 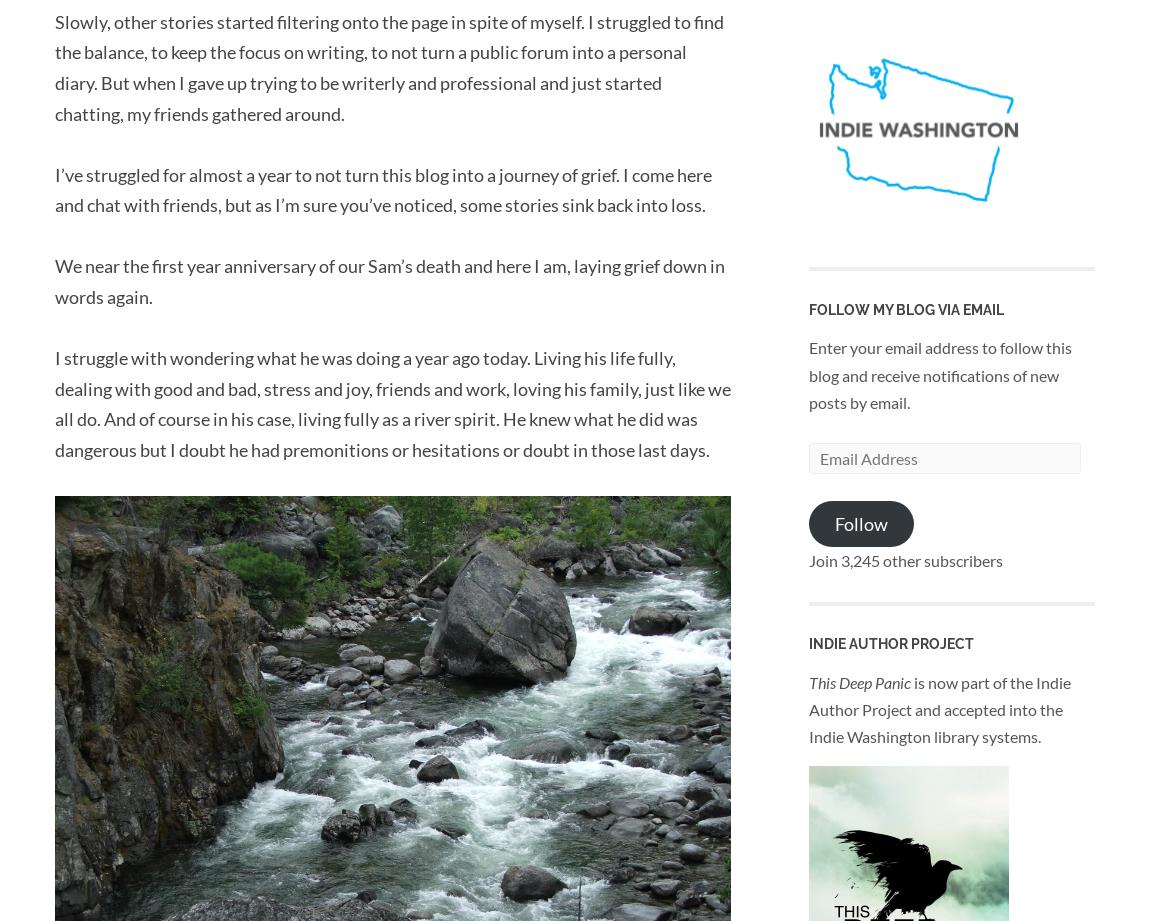 What do you see at coordinates (891, 643) in the screenshot?
I see `'Indie Author Project'` at bounding box center [891, 643].